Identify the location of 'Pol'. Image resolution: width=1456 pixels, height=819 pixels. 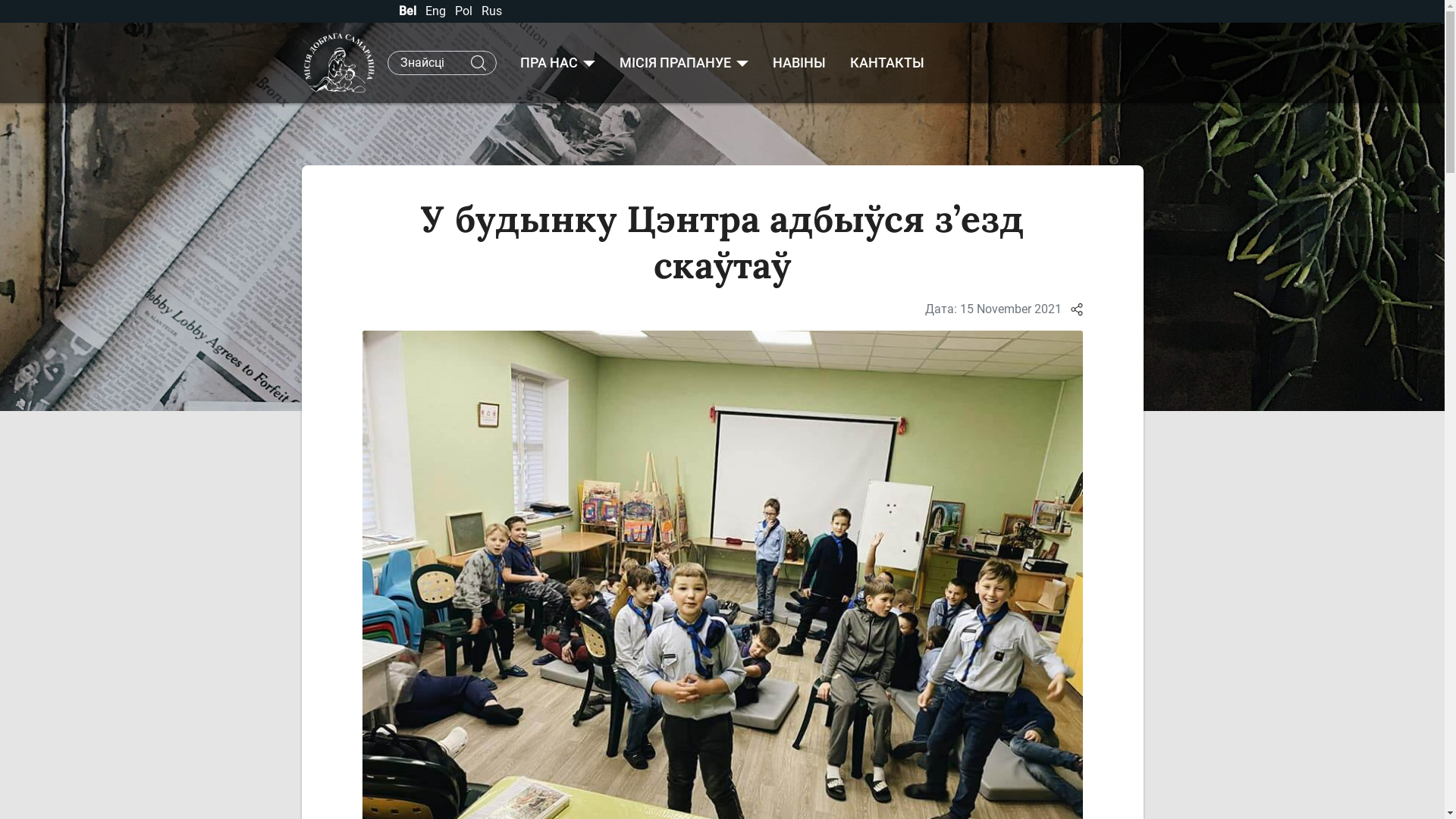
(454, 11).